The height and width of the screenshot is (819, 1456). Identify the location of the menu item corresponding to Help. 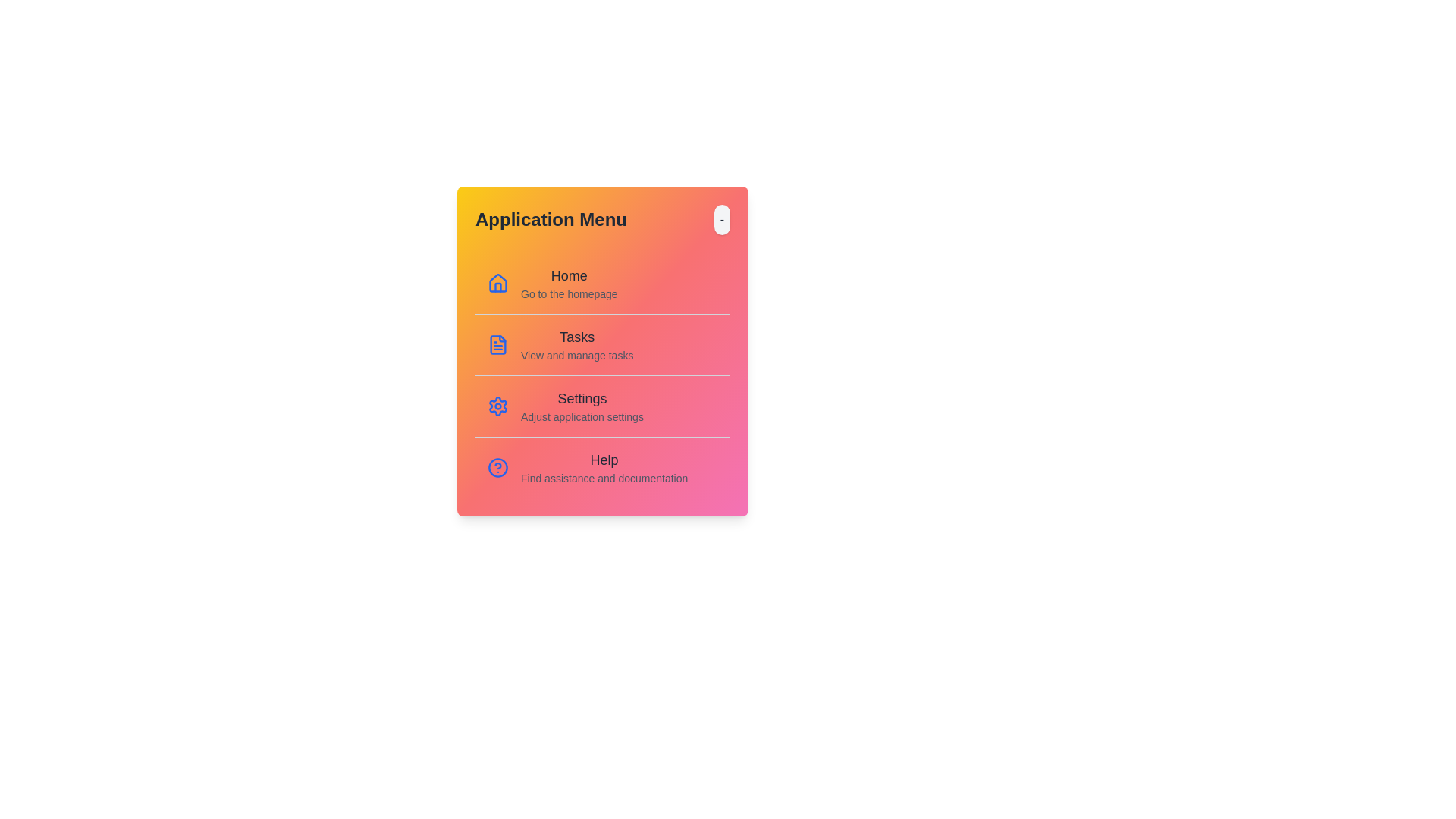
(602, 466).